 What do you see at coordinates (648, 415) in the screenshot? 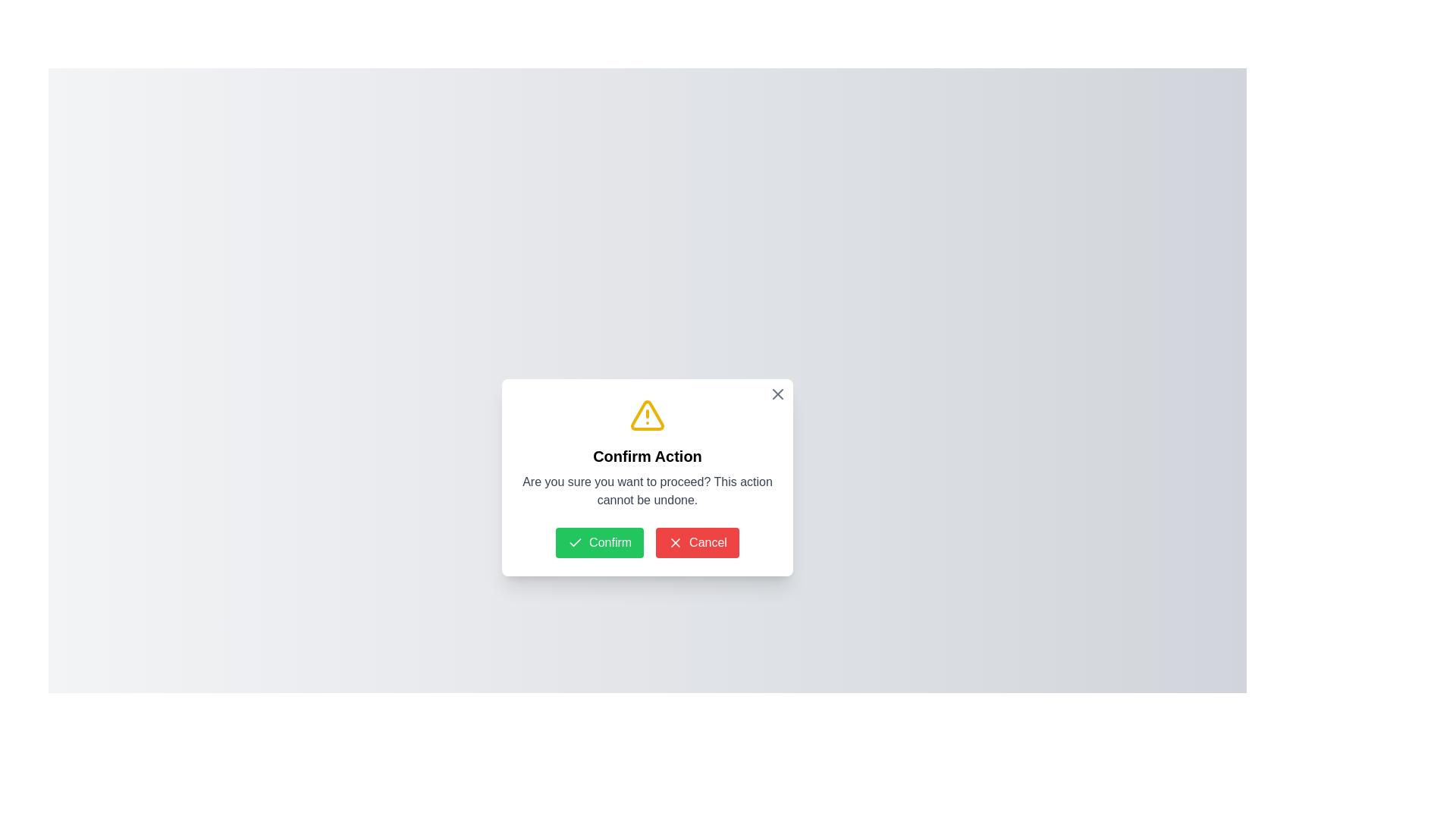
I see `the triangular warning icon with a yellow outline and an exclamation mark, located inside a modal window above the header text 'Confirm Action'` at bounding box center [648, 415].